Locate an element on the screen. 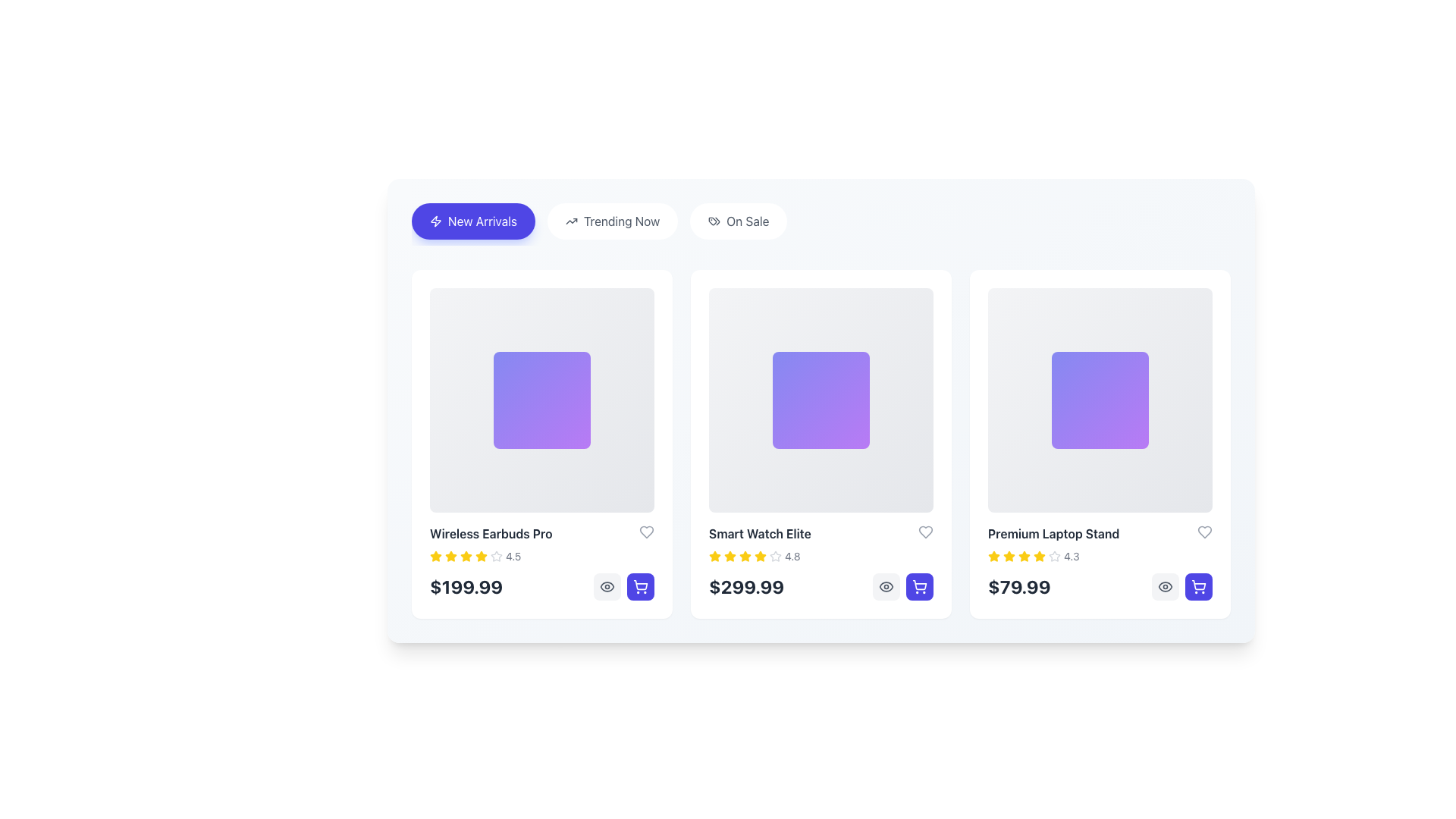  the Icon Button located at the bottom right corner of the 'Smart Watch Elite' card interface, which allows users is located at coordinates (607, 586).